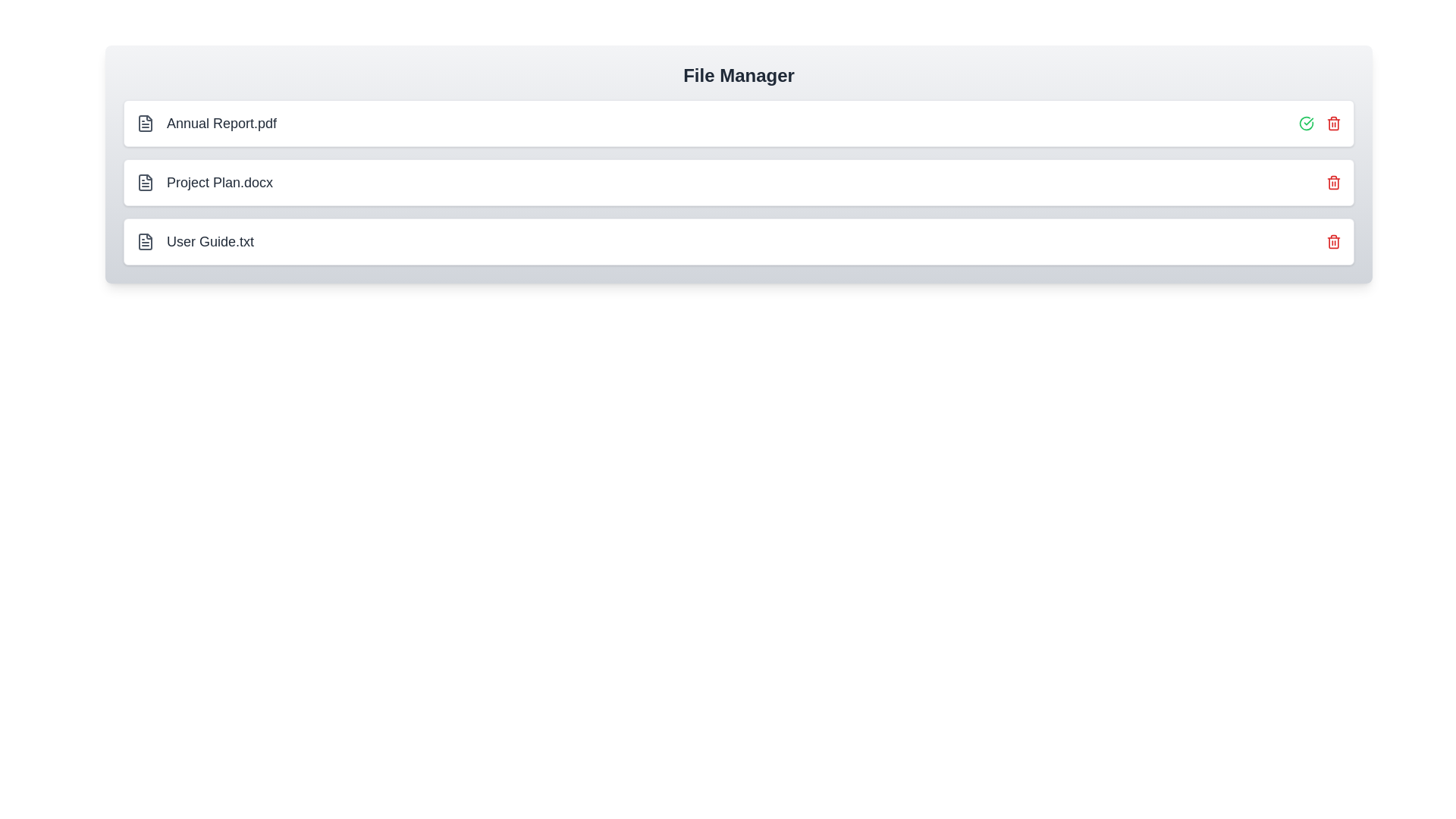  What do you see at coordinates (1332, 181) in the screenshot?
I see `the delete action icon represented by a red trash can image located at the far-right side of the 'Project Plan.docx' file entry` at bounding box center [1332, 181].